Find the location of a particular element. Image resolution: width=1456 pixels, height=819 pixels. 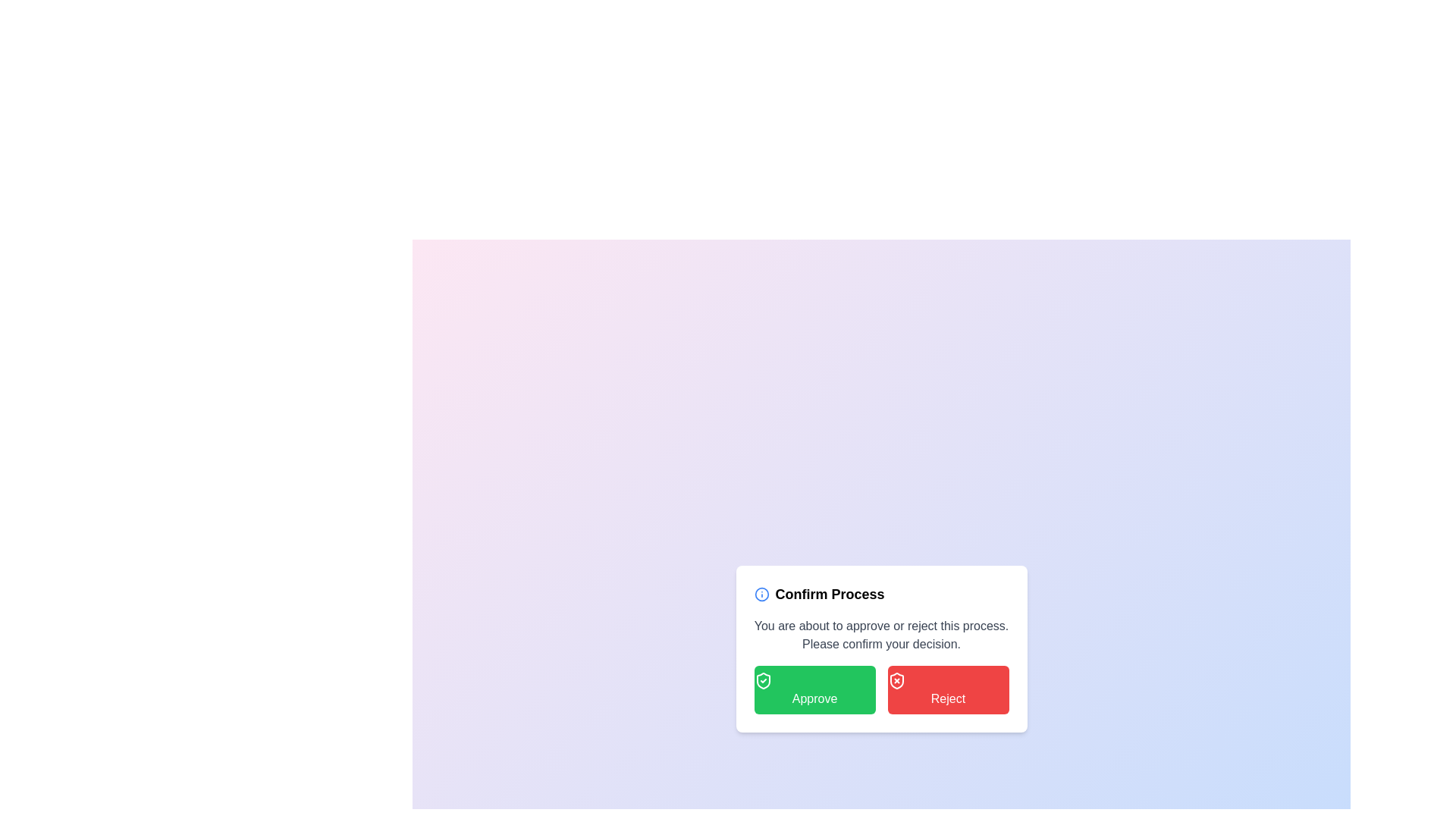

the decorative blue circular icon located to the left of the title 'Confirm Process' in the modal dialog is located at coordinates (761, 593).